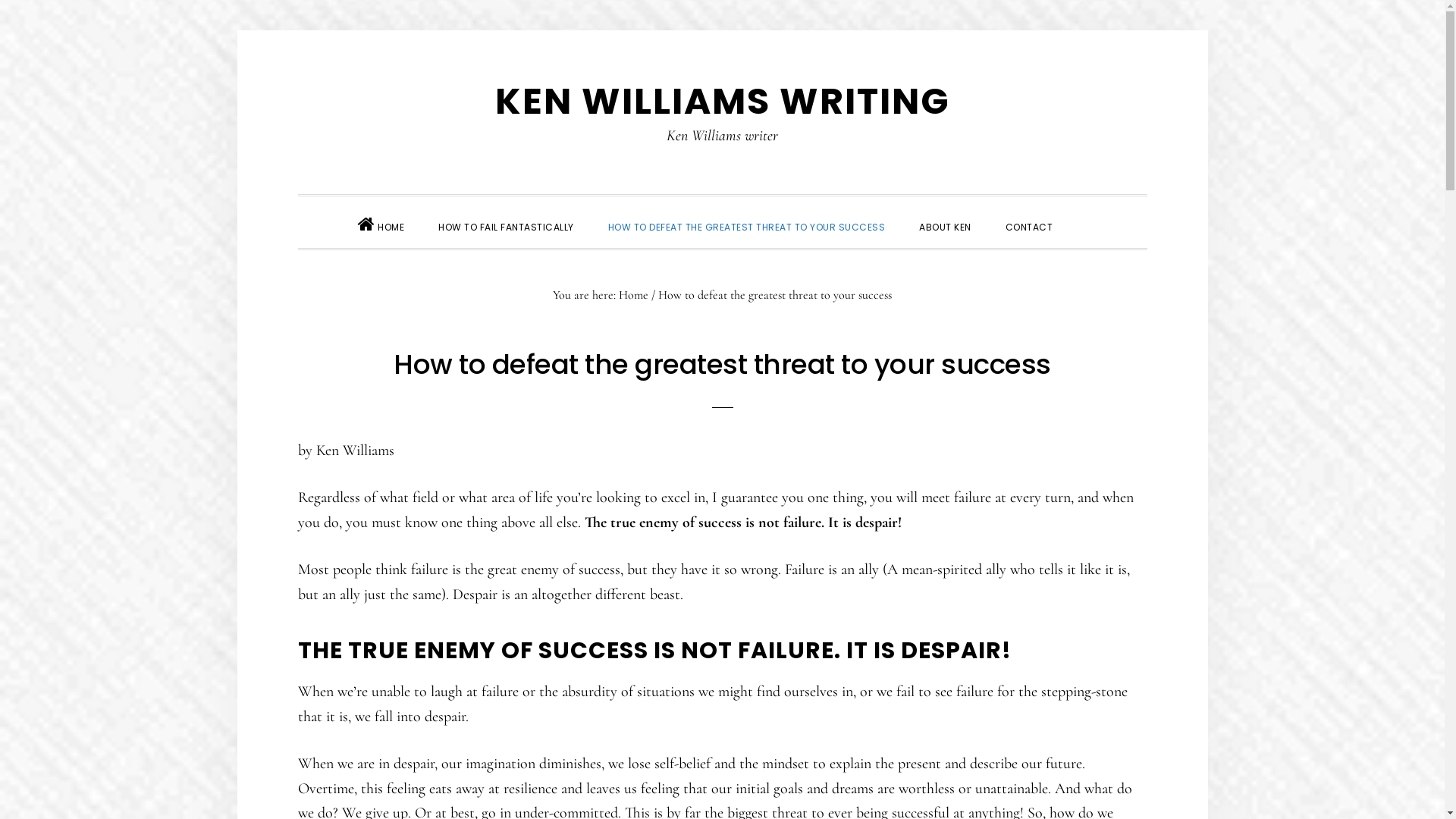 This screenshot has height=819, width=1456. What do you see at coordinates (746, 225) in the screenshot?
I see `'HOW TO DEFEAT THE GREATEST THREAT TO YOUR SUCCESS'` at bounding box center [746, 225].